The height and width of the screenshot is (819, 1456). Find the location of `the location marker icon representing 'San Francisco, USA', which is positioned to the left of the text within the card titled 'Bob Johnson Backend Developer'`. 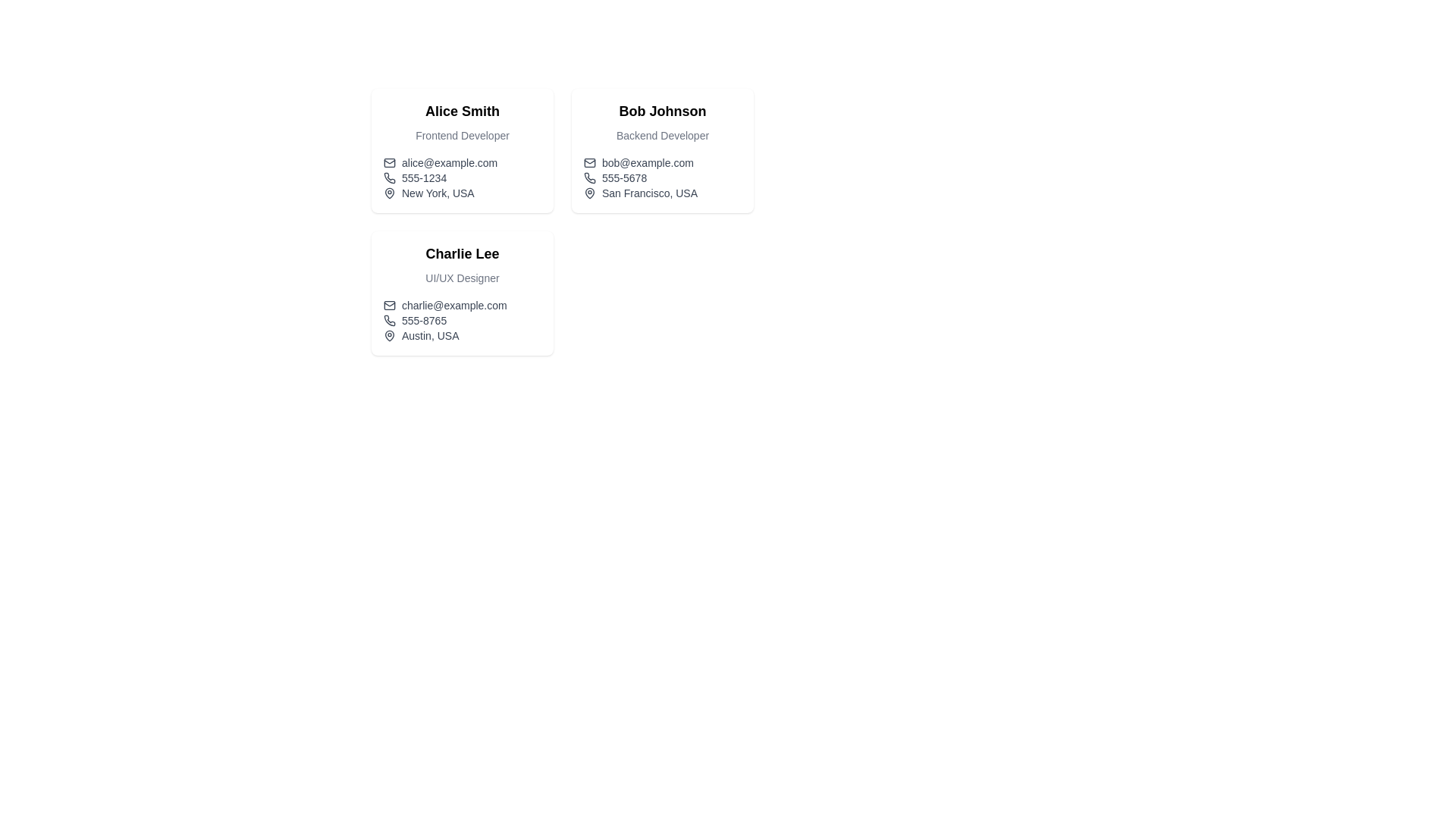

the location marker icon representing 'San Francisco, USA', which is positioned to the left of the text within the card titled 'Bob Johnson Backend Developer' is located at coordinates (588, 192).